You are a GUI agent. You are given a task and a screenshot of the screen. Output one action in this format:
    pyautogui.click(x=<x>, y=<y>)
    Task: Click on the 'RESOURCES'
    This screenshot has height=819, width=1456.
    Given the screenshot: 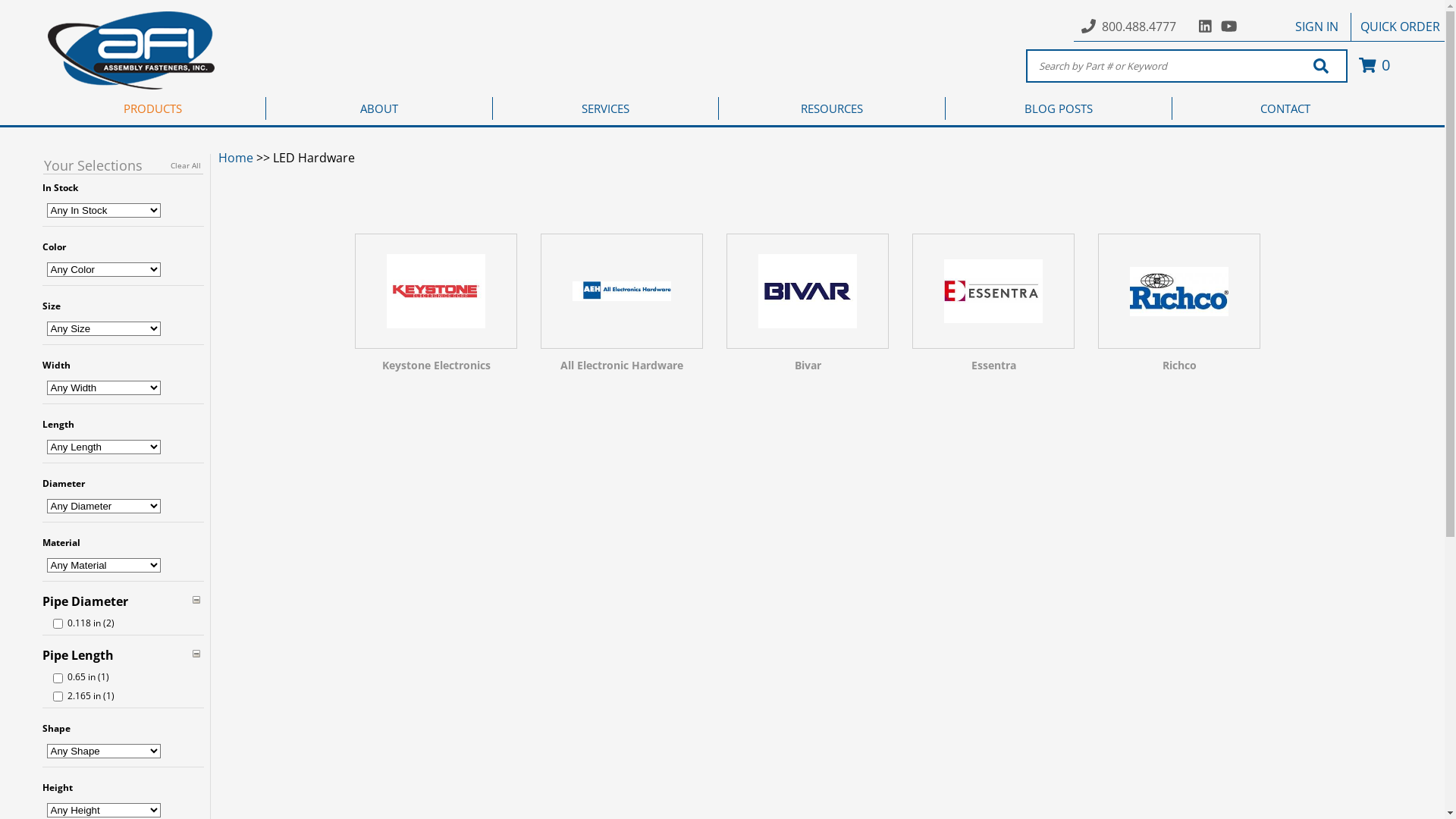 What is the action you would take?
    pyautogui.click(x=831, y=107)
    